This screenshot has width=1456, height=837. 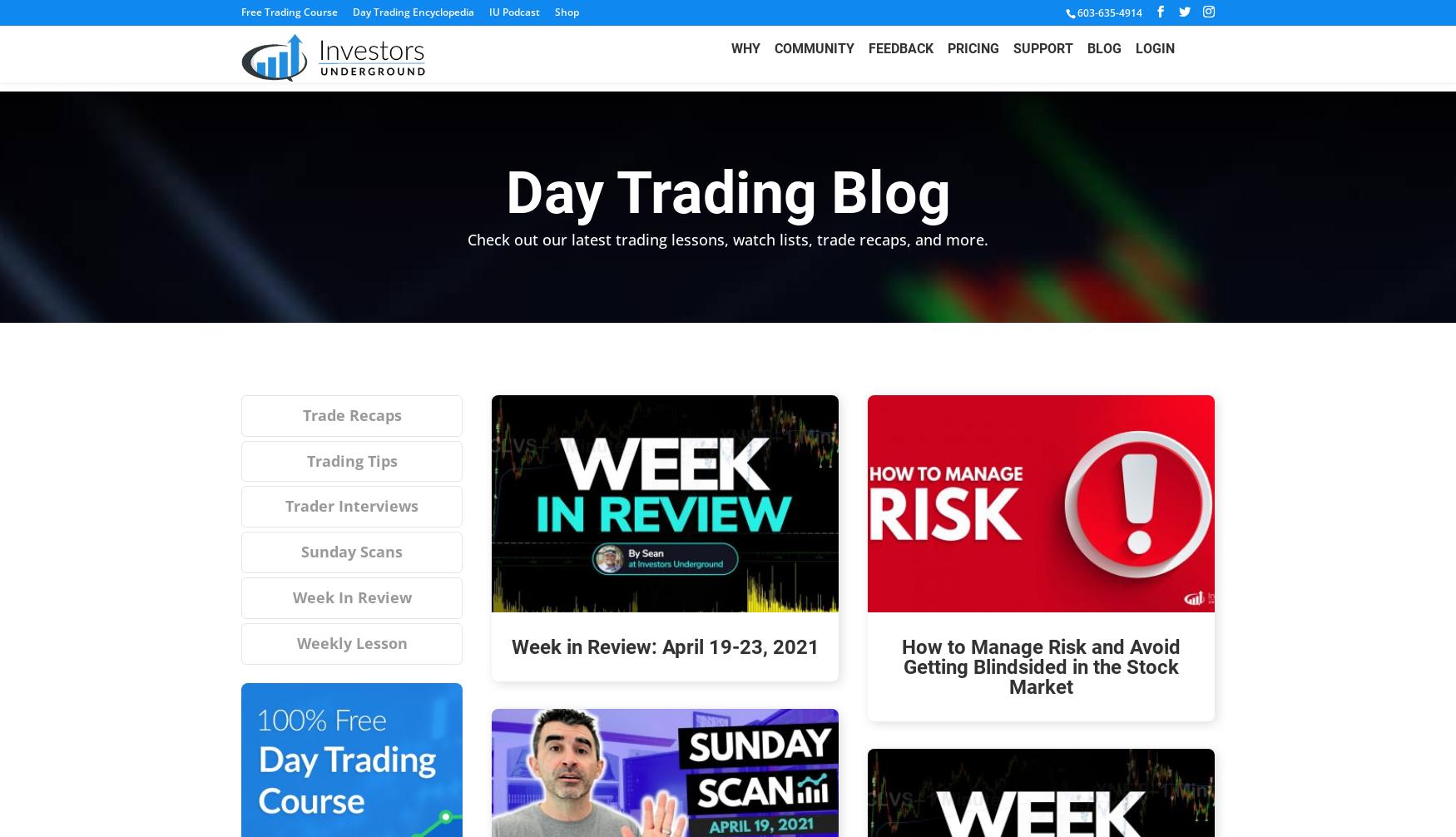 I want to click on '603-635-4914', so click(x=1110, y=12).